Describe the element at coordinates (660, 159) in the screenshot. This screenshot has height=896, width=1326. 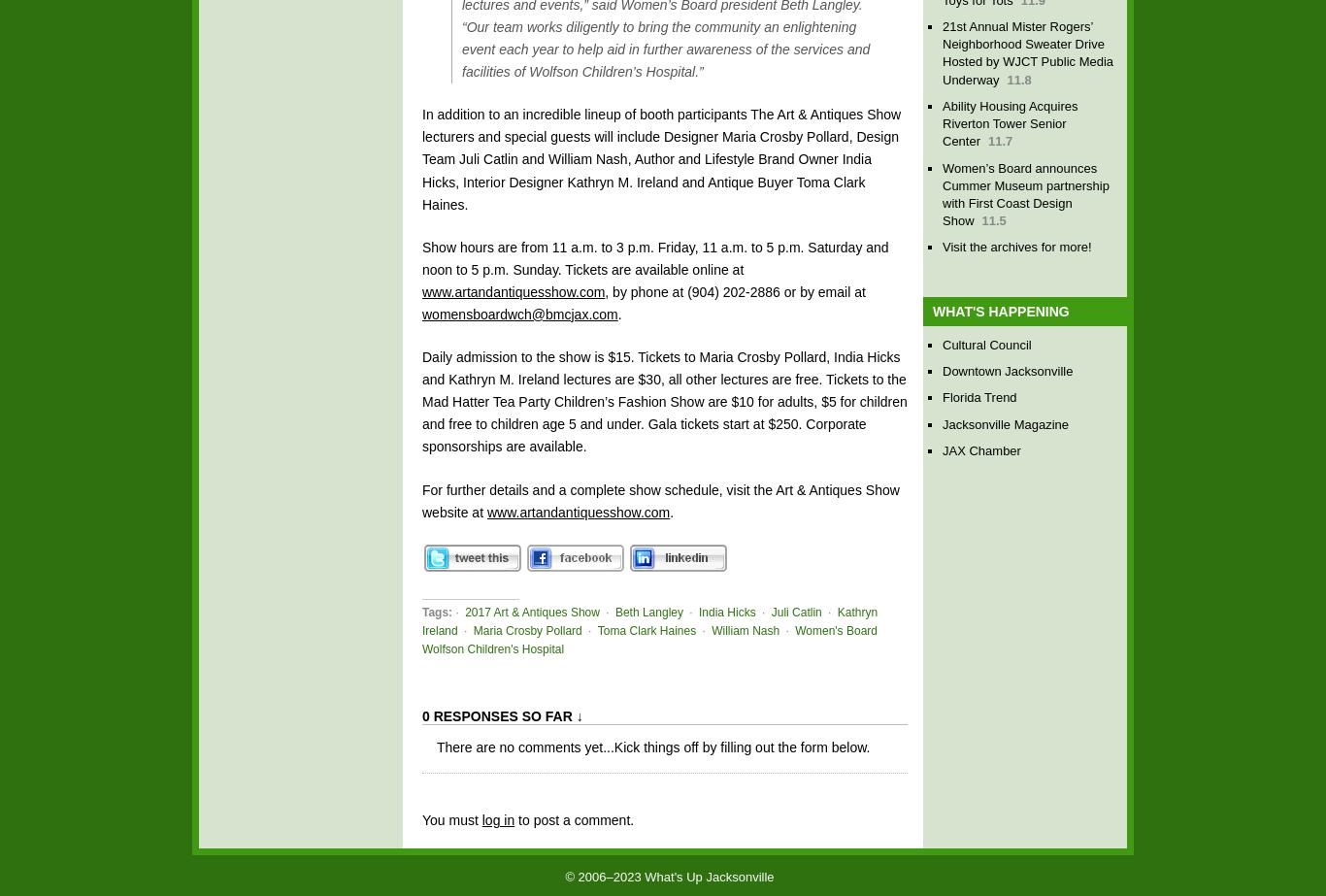
I see `'In addition to an incredible lineup of booth participants The Art & Antiques Show lecturers and special guests will include Designer Maria Crosby Pollard, Design Team Juli Catlin and William Nash, Author and Lifestyle Brand Owner India Hicks, Interior Designer Kathryn M. Ireland and Antique Buyer Toma Clark Haines.'` at that location.